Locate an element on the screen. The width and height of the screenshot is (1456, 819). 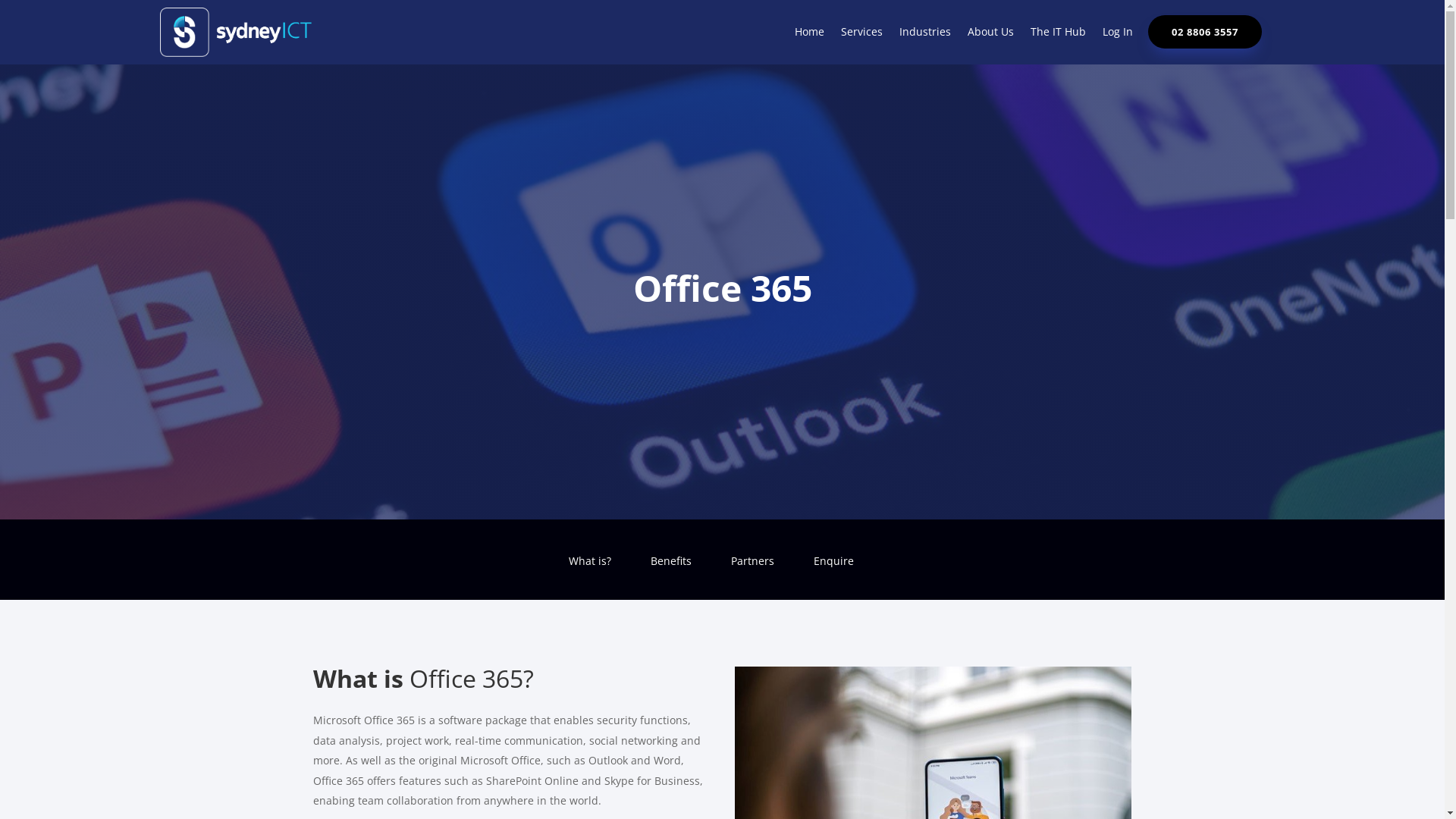
'Industries' is located at coordinates (924, 34).